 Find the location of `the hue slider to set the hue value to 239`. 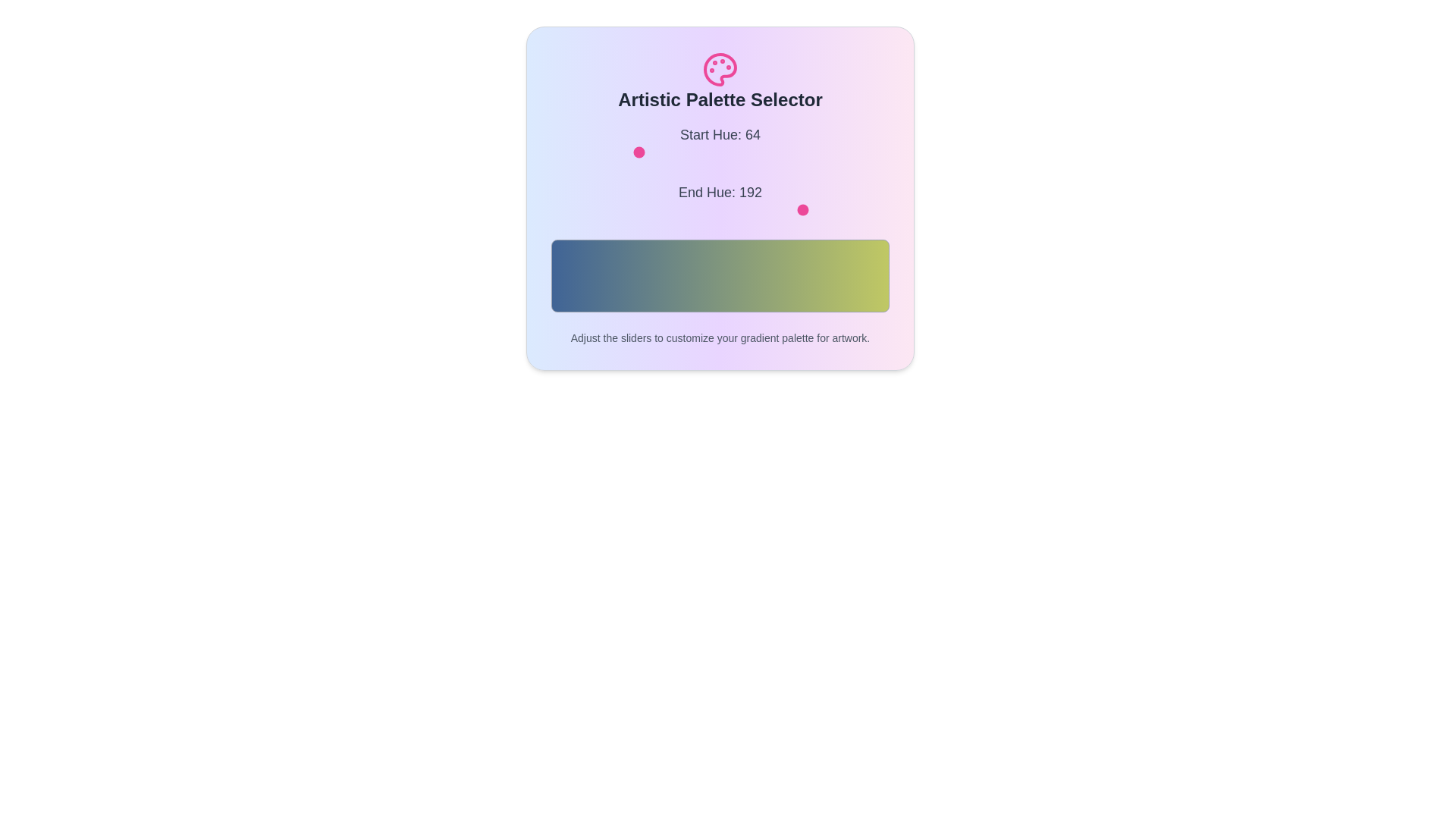

the hue slider to set the hue value to 239 is located at coordinates (868, 152).